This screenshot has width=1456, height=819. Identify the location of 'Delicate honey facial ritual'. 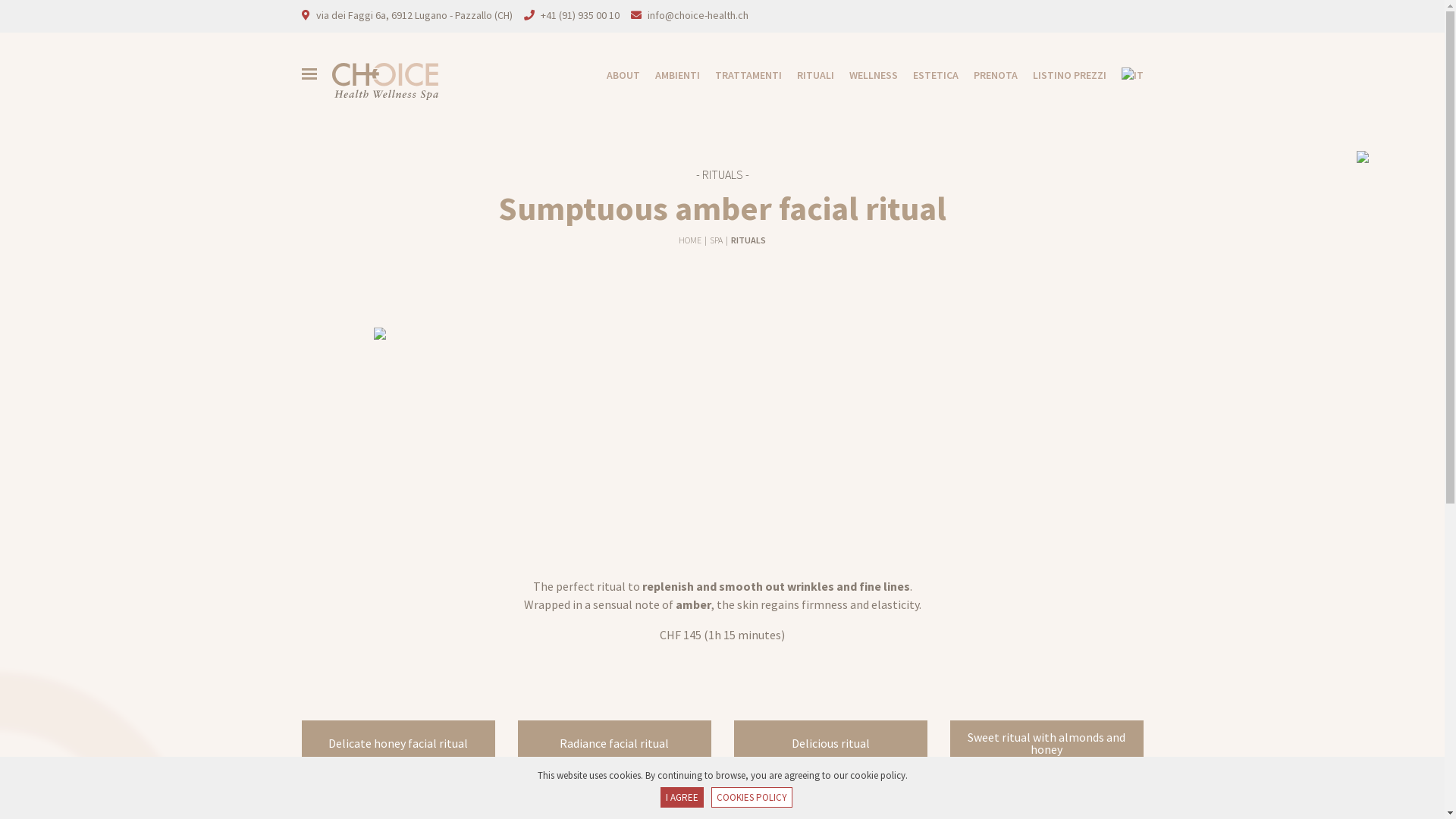
(302, 742).